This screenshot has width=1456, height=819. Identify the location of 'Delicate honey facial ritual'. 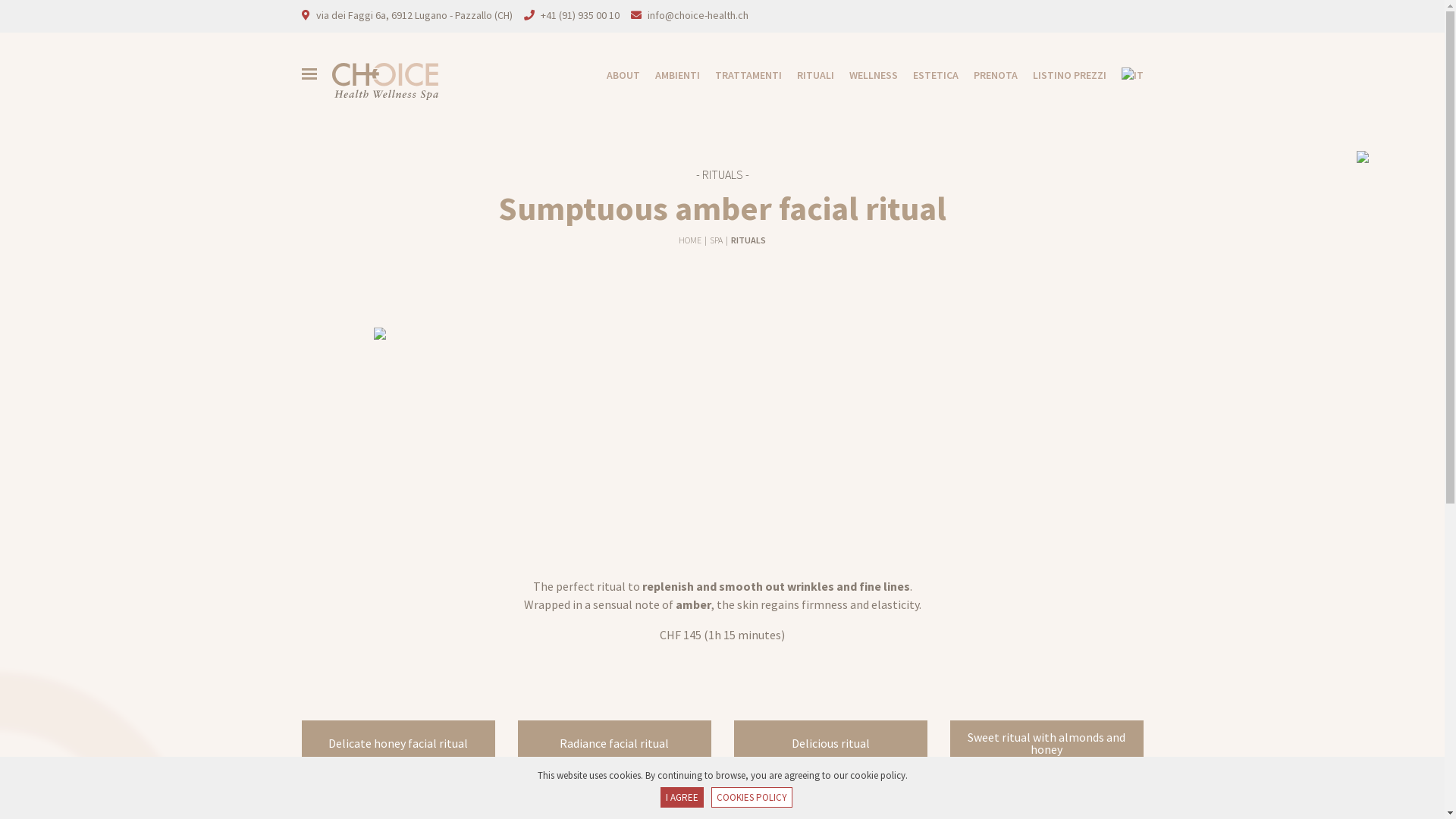
(302, 742).